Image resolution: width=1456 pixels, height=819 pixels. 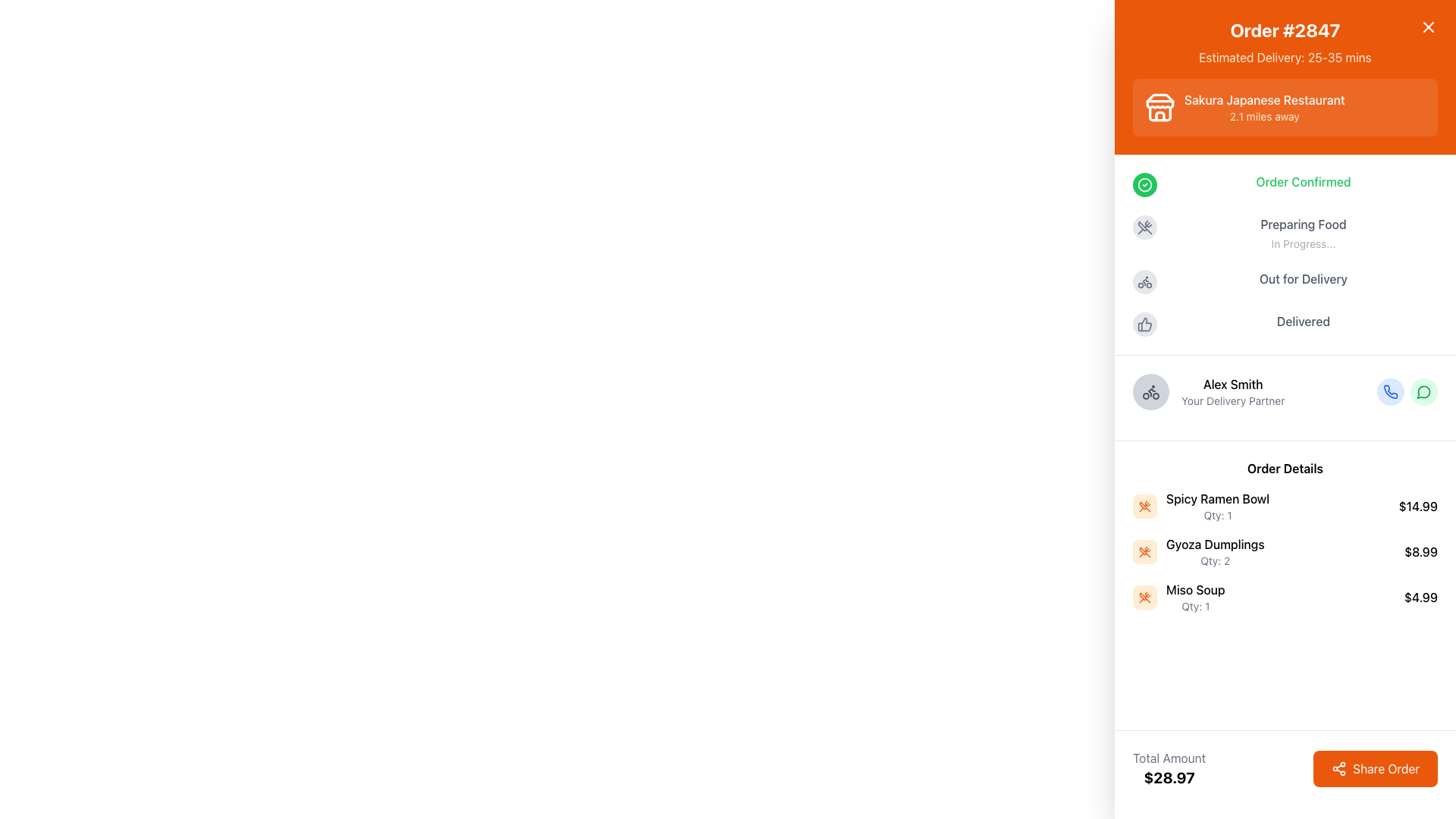 I want to click on the left button of the communication action group located next to 'Alex Smith, Your Delivery Partner' for a phone call, so click(x=1407, y=391).